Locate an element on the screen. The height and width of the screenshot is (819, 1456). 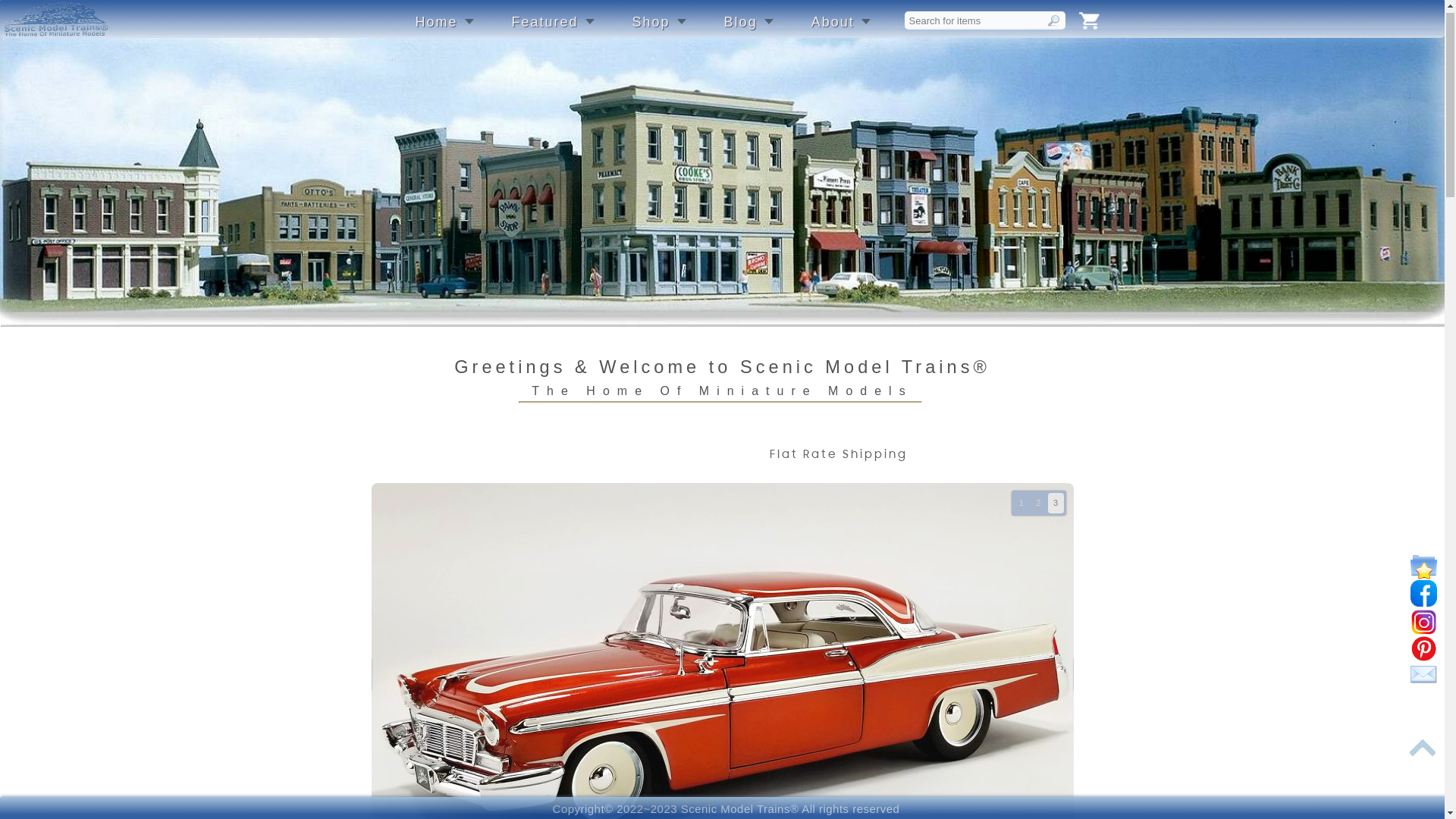
'View Shopping Cart' is located at coordinates (1077, 28).